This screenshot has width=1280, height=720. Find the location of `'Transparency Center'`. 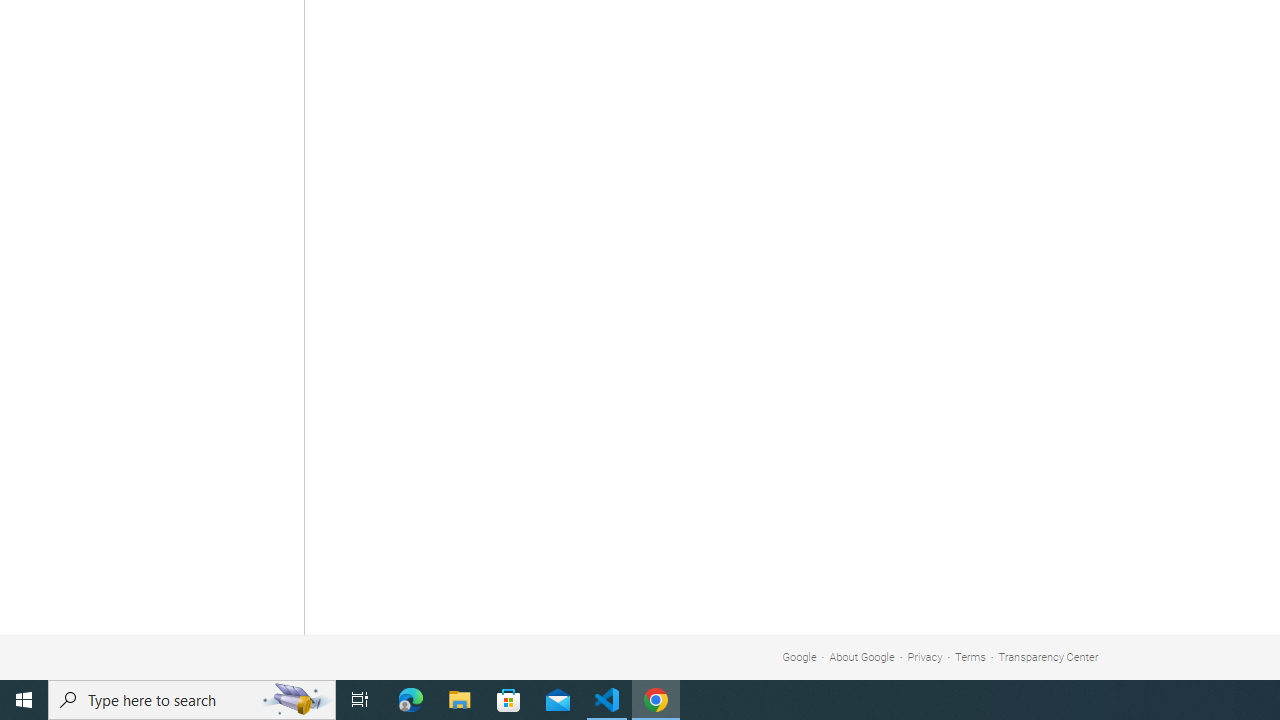

'Transparency Center' is located at coordinates (1047, 657).